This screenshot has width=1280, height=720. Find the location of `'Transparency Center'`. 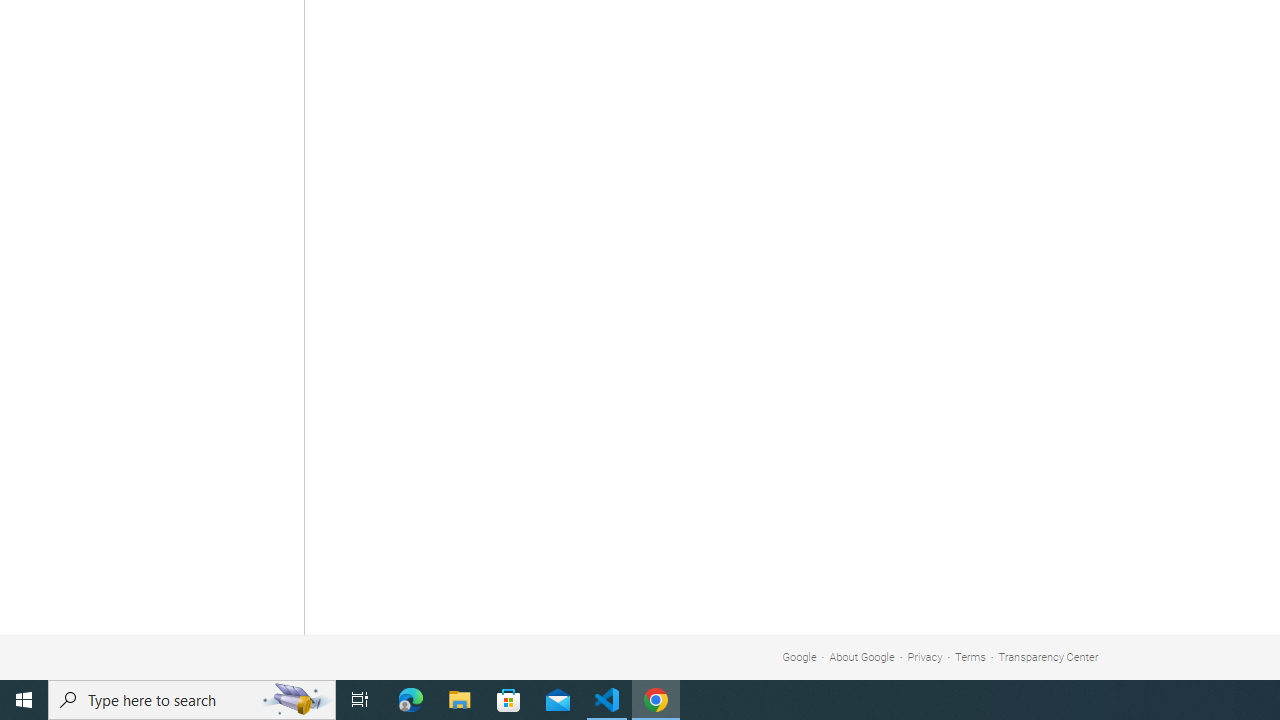

'Transparency Center' is located at coordinates (1047, 657).